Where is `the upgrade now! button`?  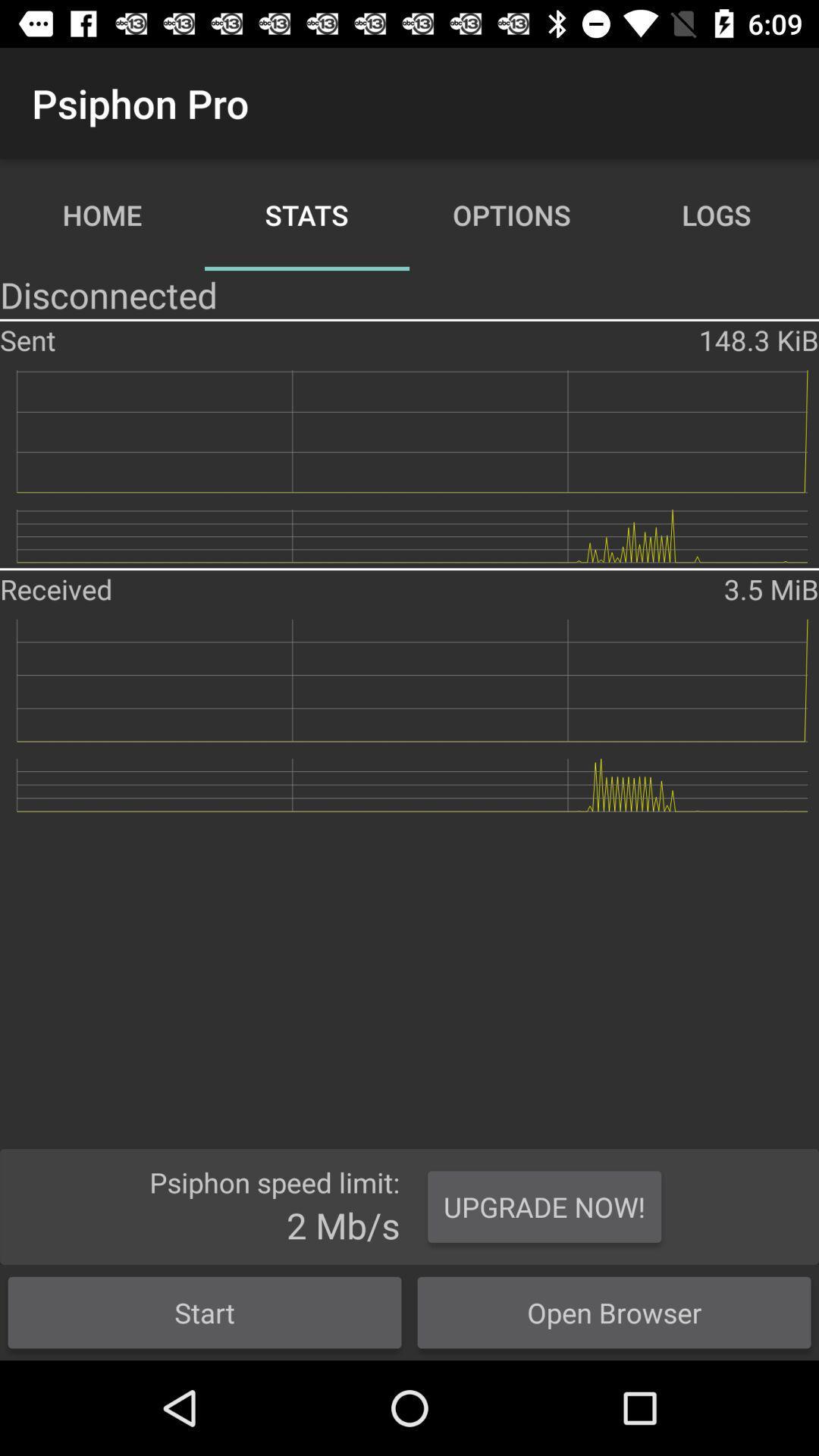 the upgrade now! button is located at coordinates (544, 1206).